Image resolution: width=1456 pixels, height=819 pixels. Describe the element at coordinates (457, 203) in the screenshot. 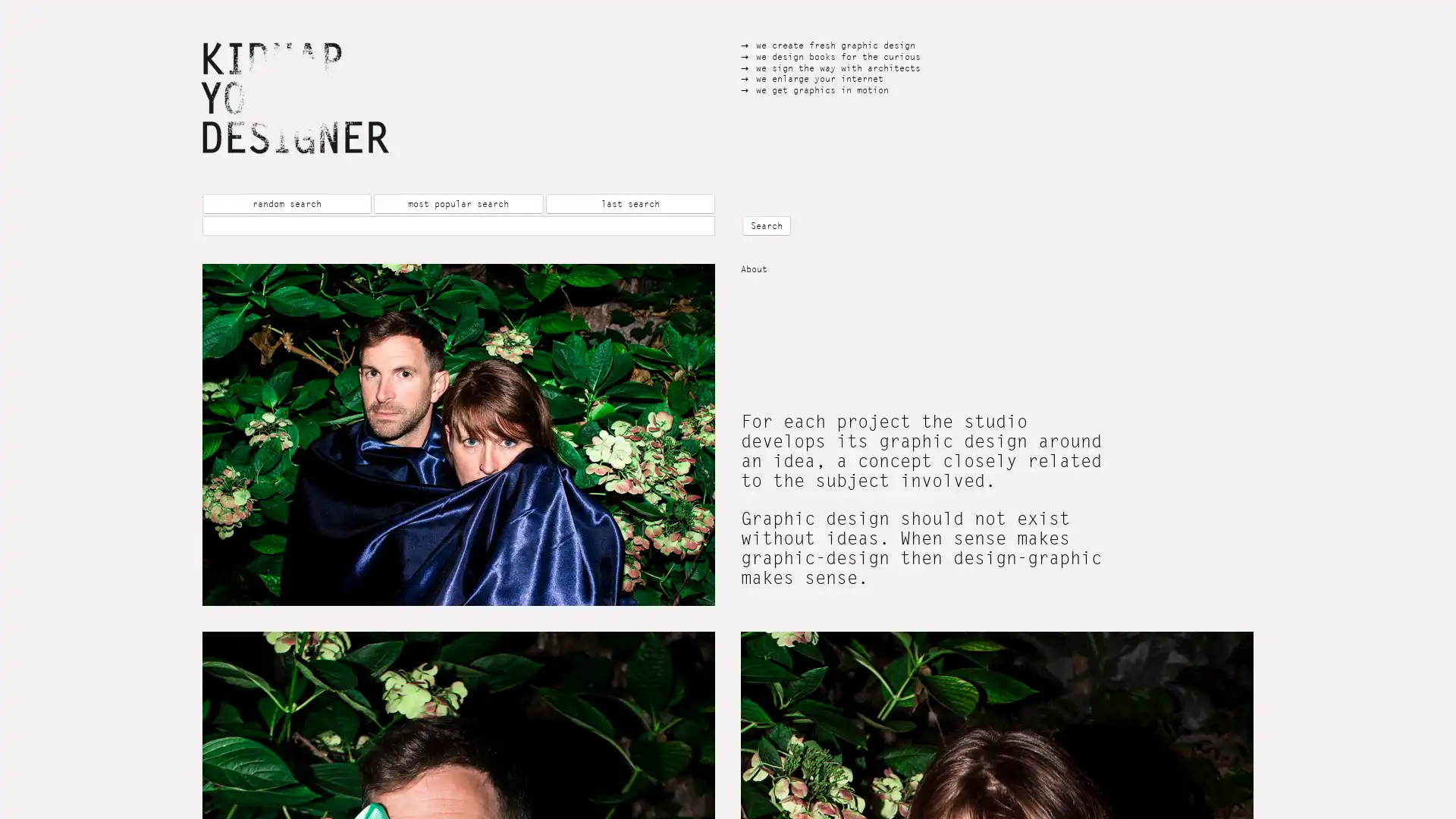

I see `most popular search` at that location.